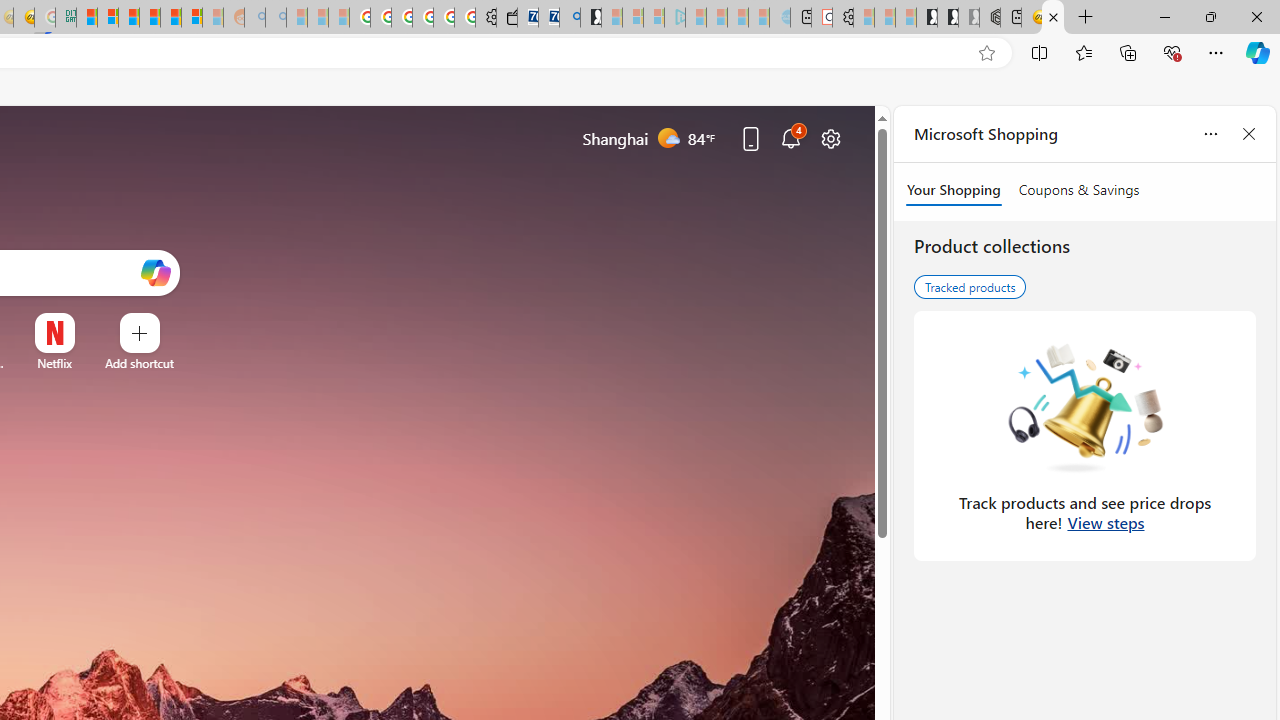 The width and height of the screenshot is (1280, 720). What do you see at coordinates (925, 17) in the screenshot?
I see `'Play Free Online Games | Games from Microsoft Start'` at bounding box center [925, 17].